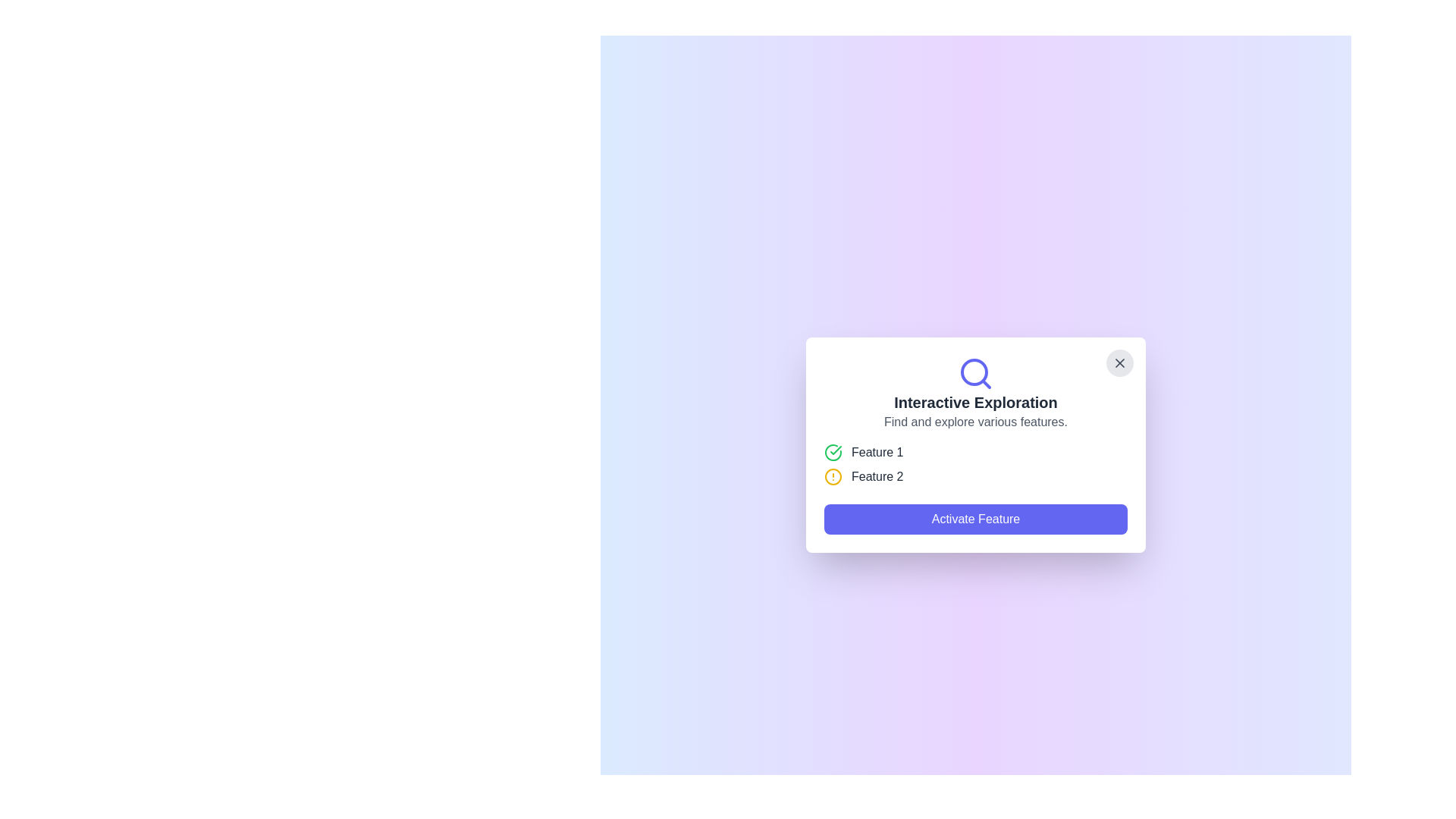 This screenshot has width=1456, height=819. What do you see at coordinates (975, 444) in the screenshot?
I see `the features listed in the 'Interactive Exploration' modal dialog box, which includes a button labeled 'Activate Feature' at the bottom` at bounding box center [975, 444].